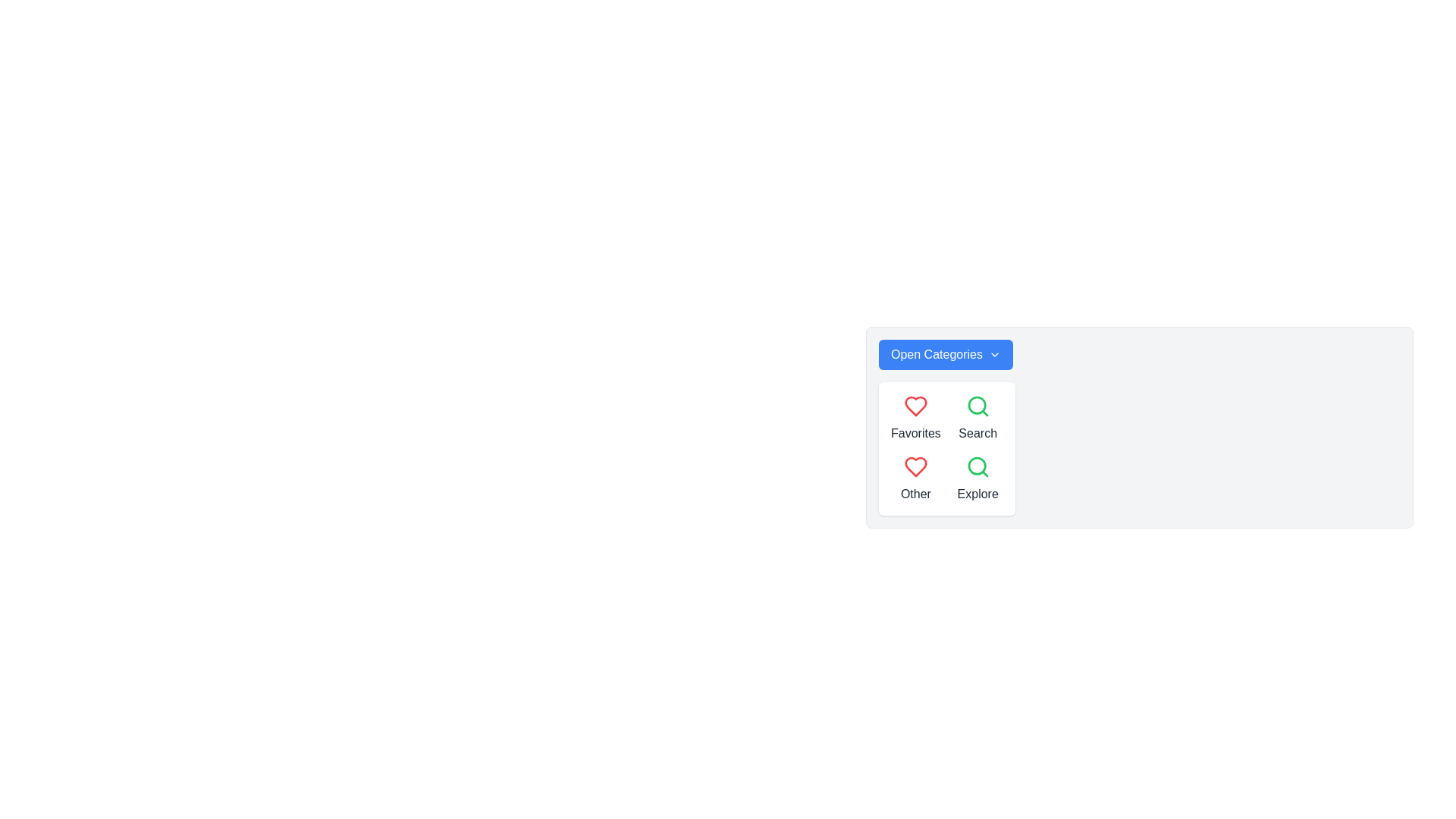 The image size is (1456, 819). Describe the element at coordinates (976, 464) in the screenshot. I see `the 'Explore' button by clicking the inner circular part of the magnifying glass icon located in the bottom-right corner of the icon grid` at that location.